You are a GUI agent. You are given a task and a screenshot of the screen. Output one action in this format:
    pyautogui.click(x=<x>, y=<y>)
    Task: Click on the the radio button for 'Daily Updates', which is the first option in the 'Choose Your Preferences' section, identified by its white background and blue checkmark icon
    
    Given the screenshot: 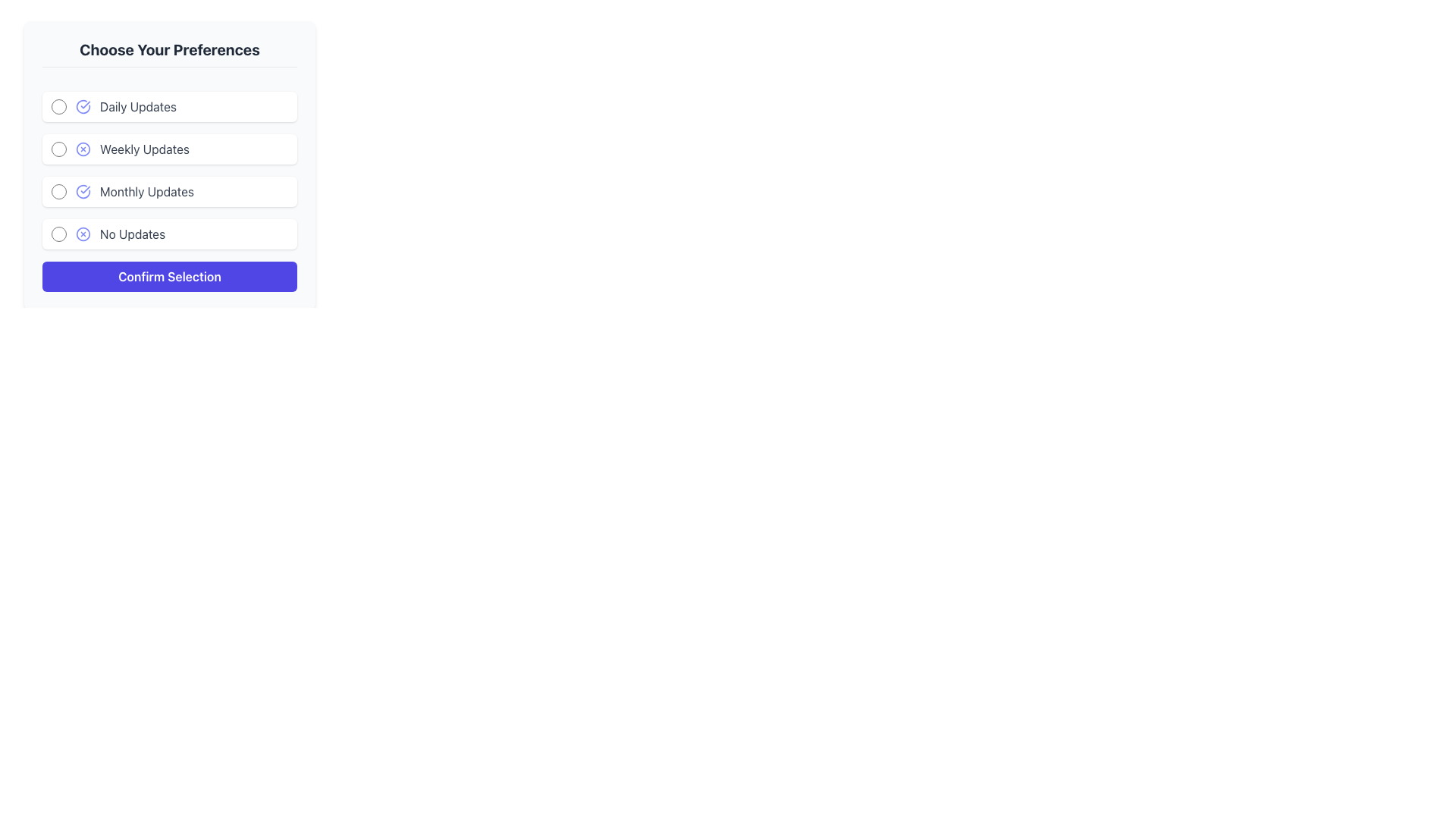 What is the action you would take?
    pyautogui.click(x=170, y=106)
    